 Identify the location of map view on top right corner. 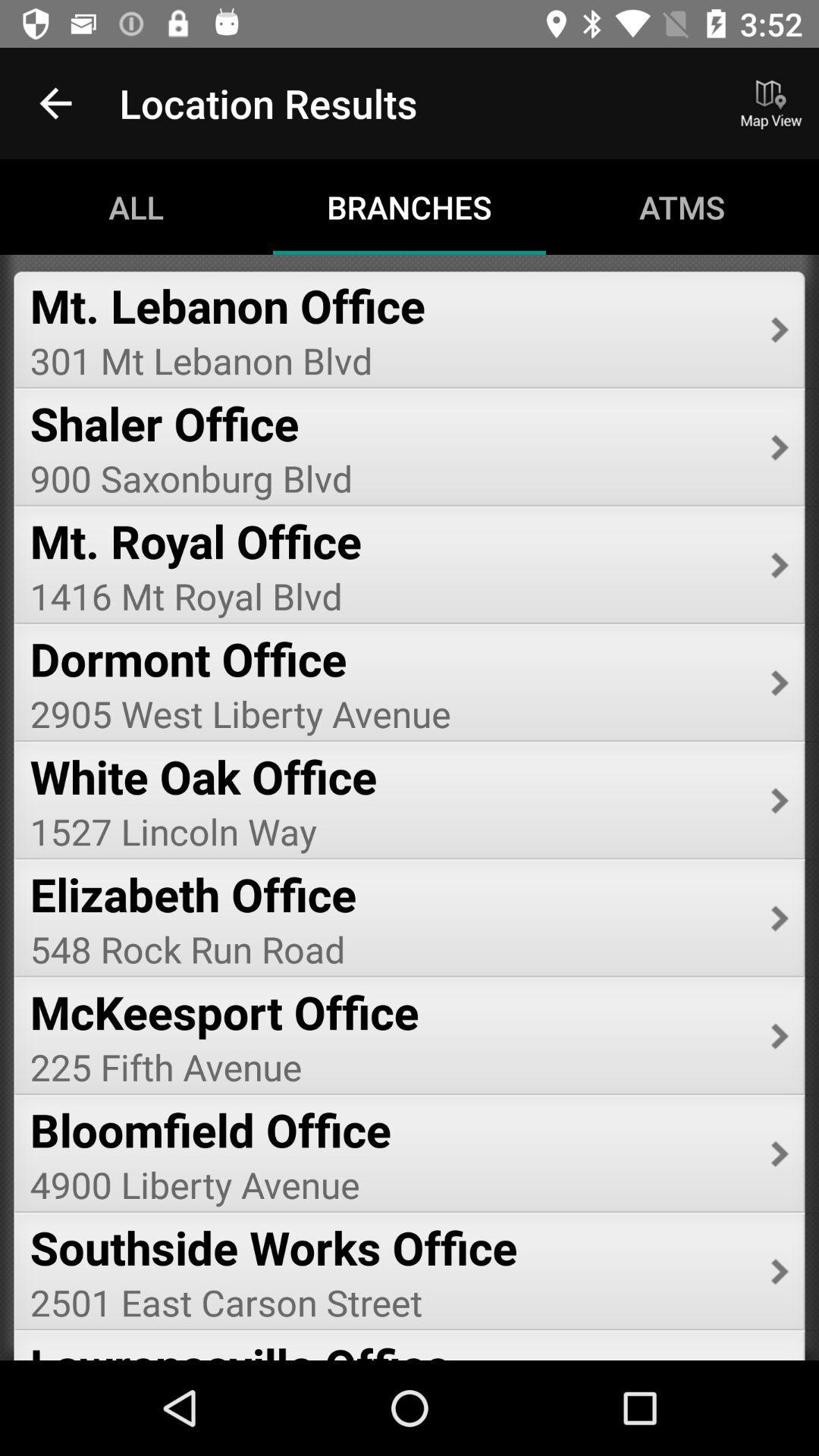
(771, 103).